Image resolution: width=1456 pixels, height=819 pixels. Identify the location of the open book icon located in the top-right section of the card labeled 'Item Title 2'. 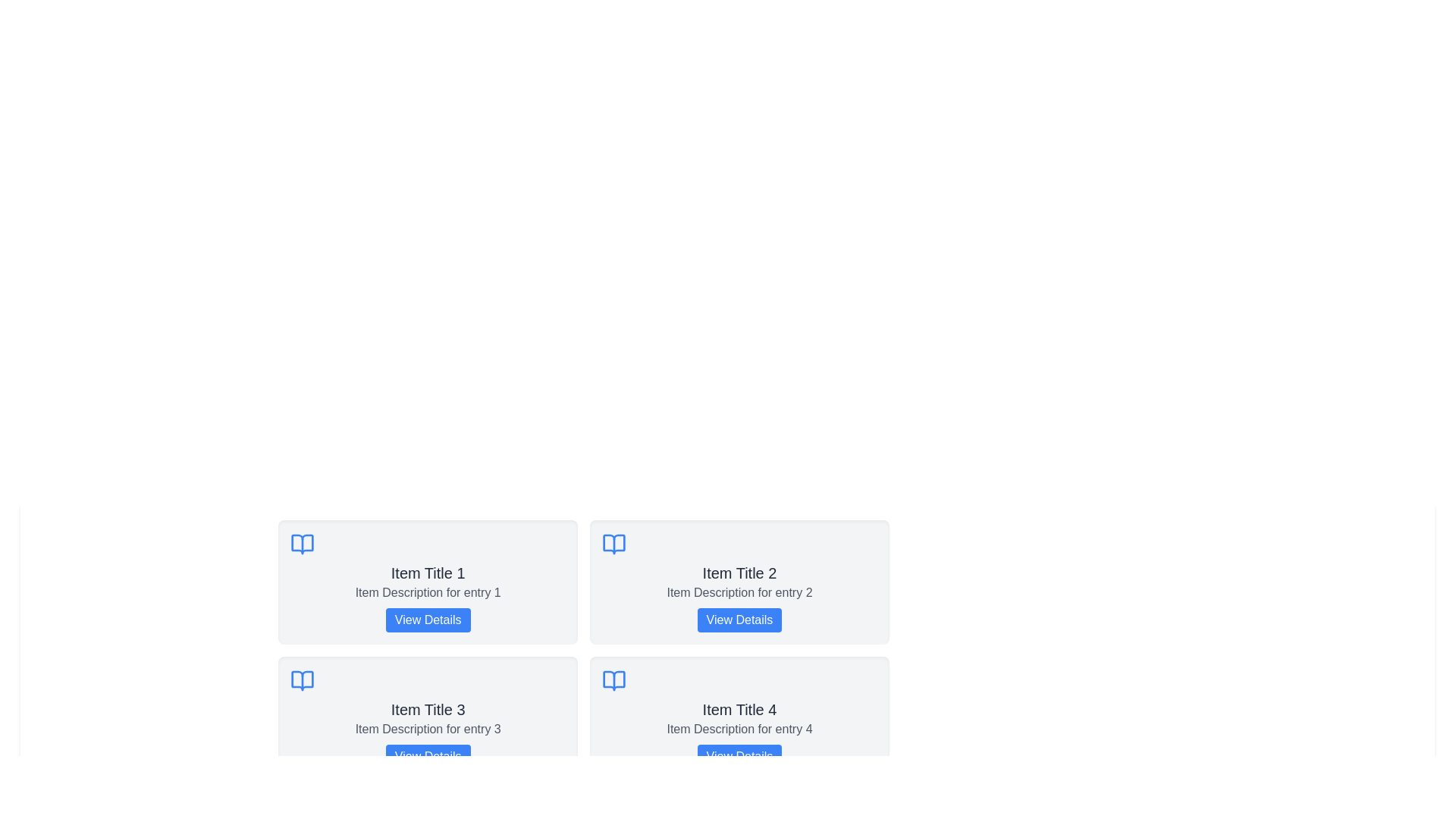
(614, 543).